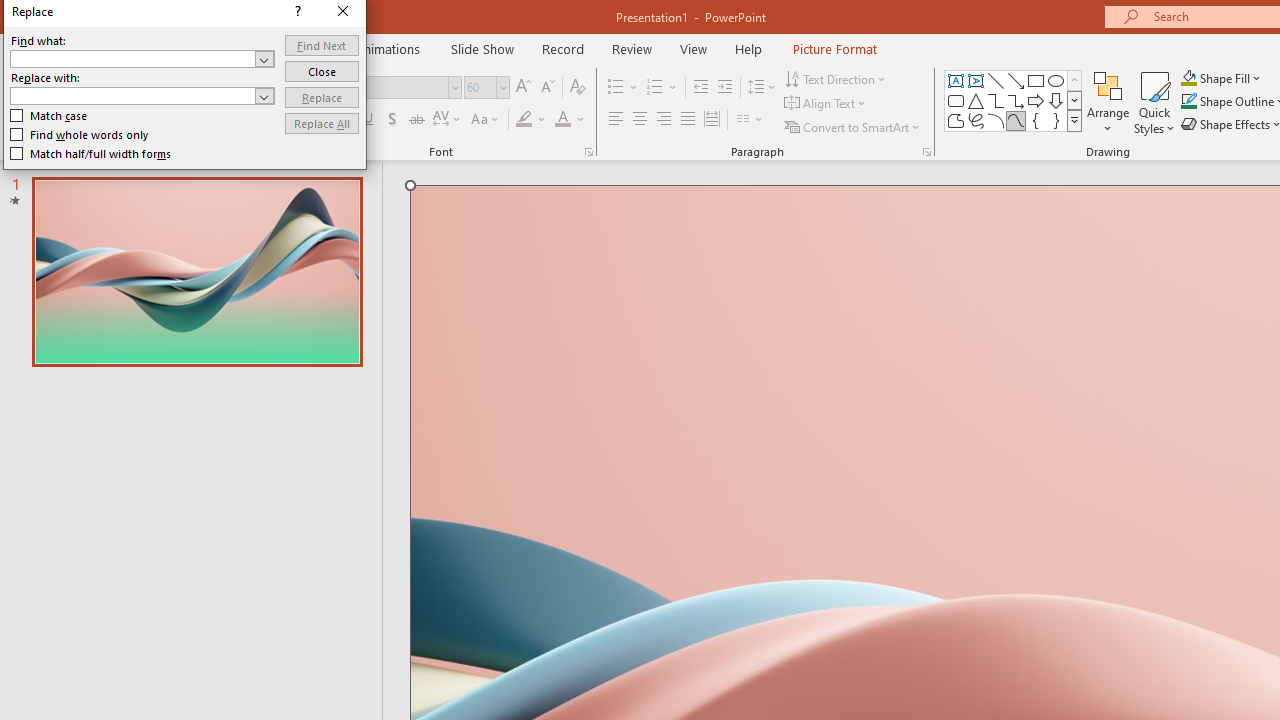 The width and height of the screenshot is (1280, 720). What do you see at coordinates (747, 48) in the screenshot?
I see `'Help'` at bounding box center [747, 48].